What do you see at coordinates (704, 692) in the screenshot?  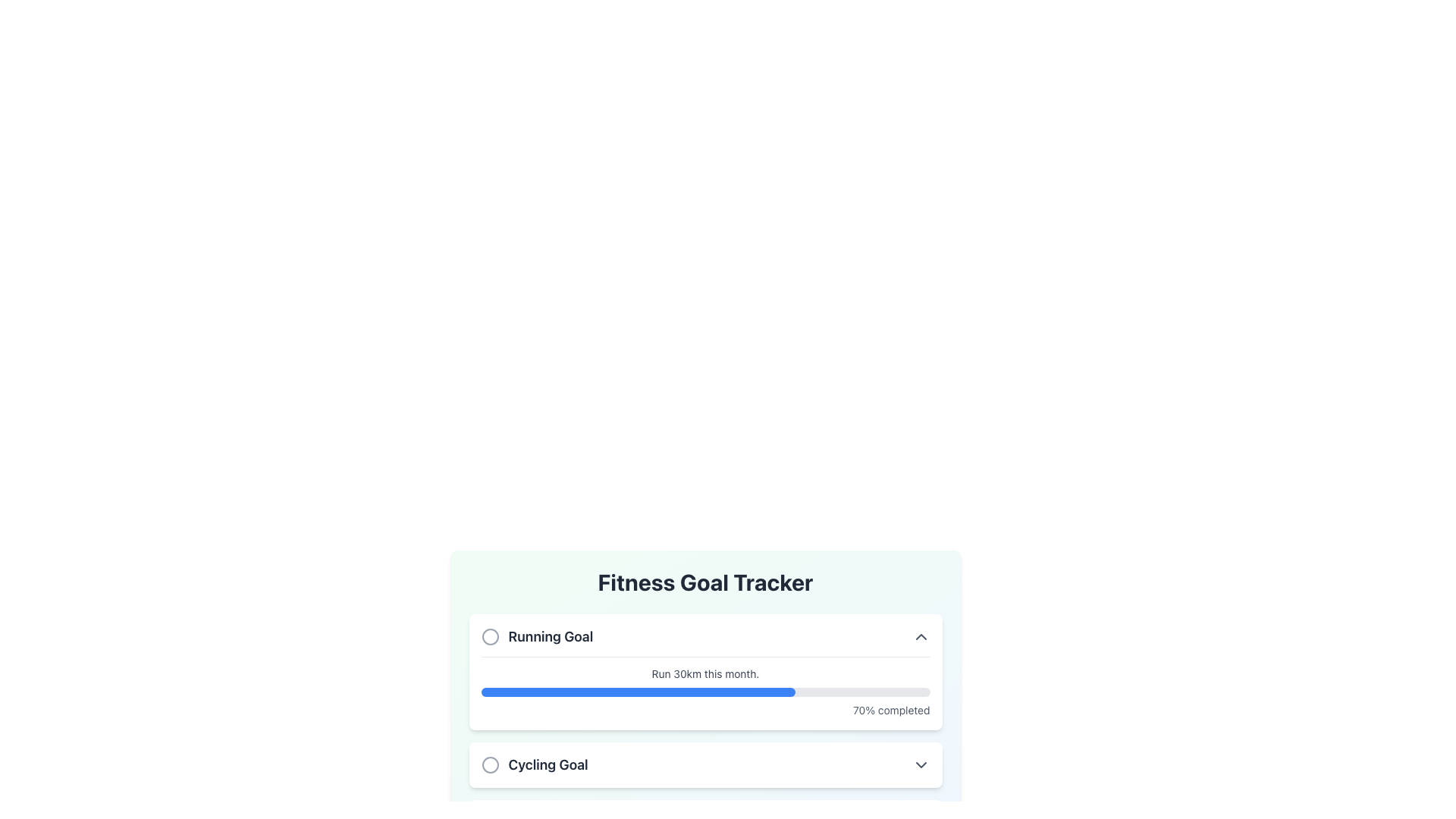 I see `the Progress Bar located within the 'Running Goal' section, which visually represents the completion percentage of the goal, currently showing '70% completed'` at bounding box center [704, 692].